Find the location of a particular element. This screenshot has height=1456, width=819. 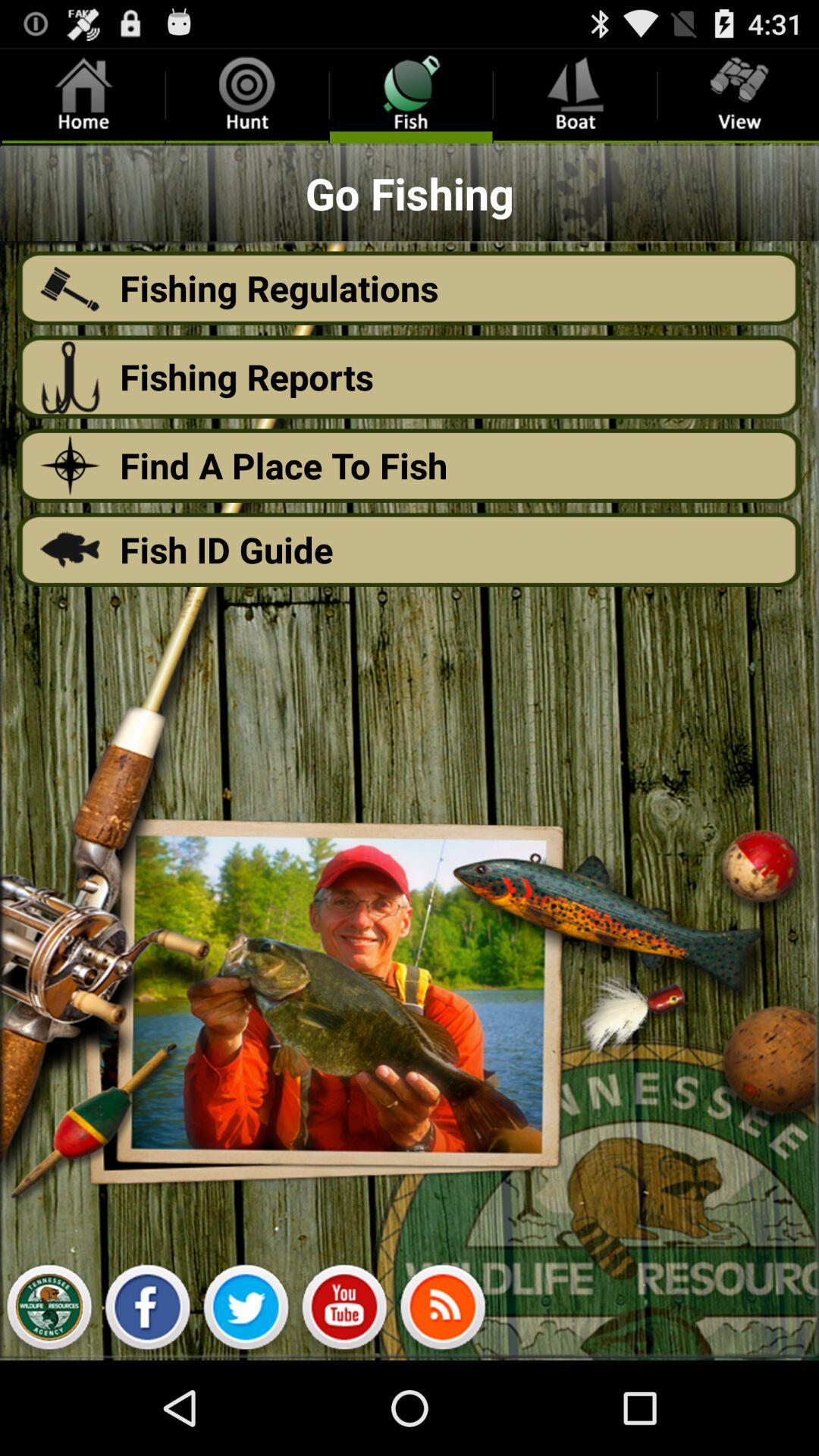

you tube option is located at coordinates (344, 1310).